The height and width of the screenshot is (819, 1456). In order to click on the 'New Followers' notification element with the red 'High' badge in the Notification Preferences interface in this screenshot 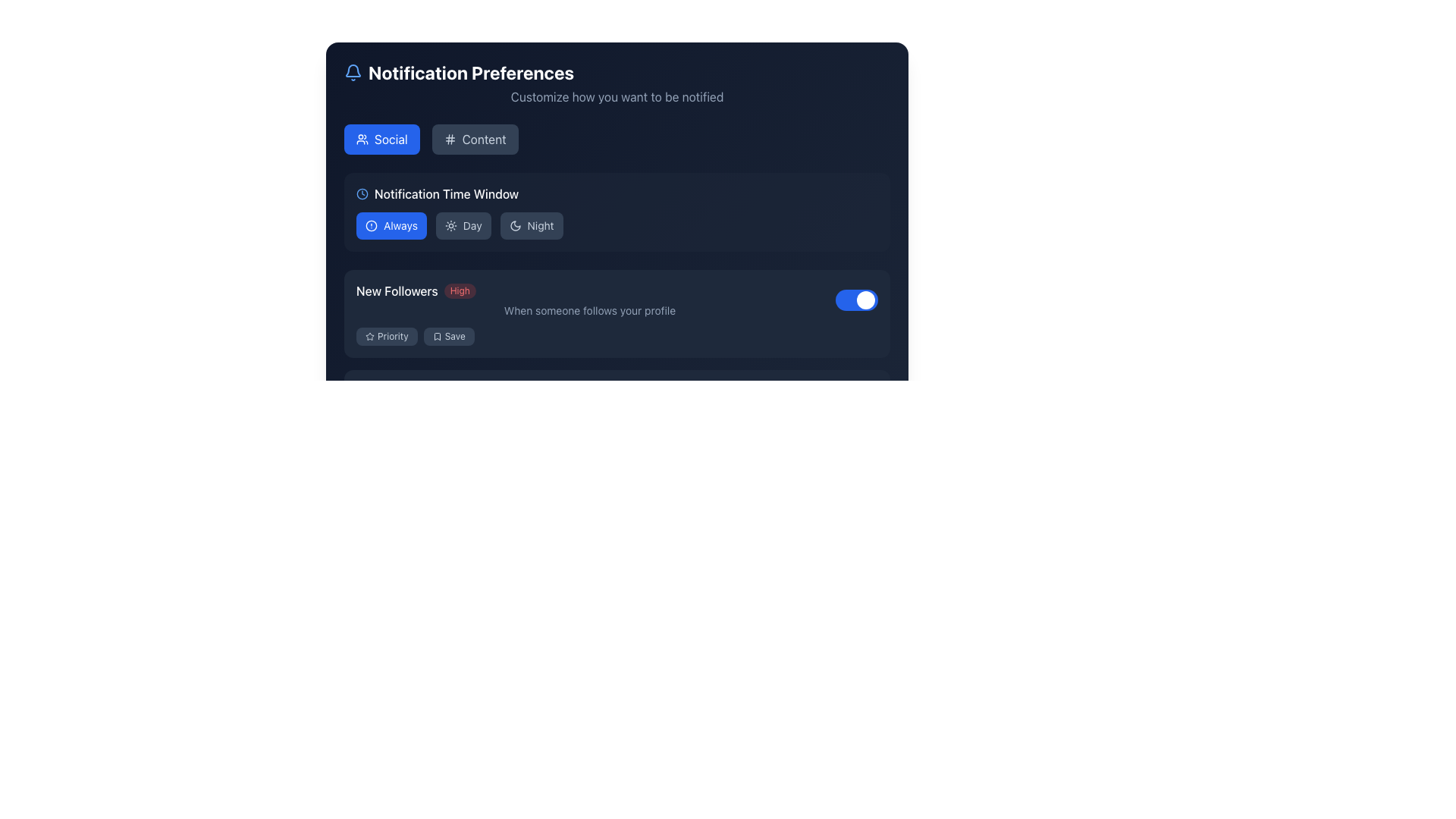, I will do `click(588, 300)`.